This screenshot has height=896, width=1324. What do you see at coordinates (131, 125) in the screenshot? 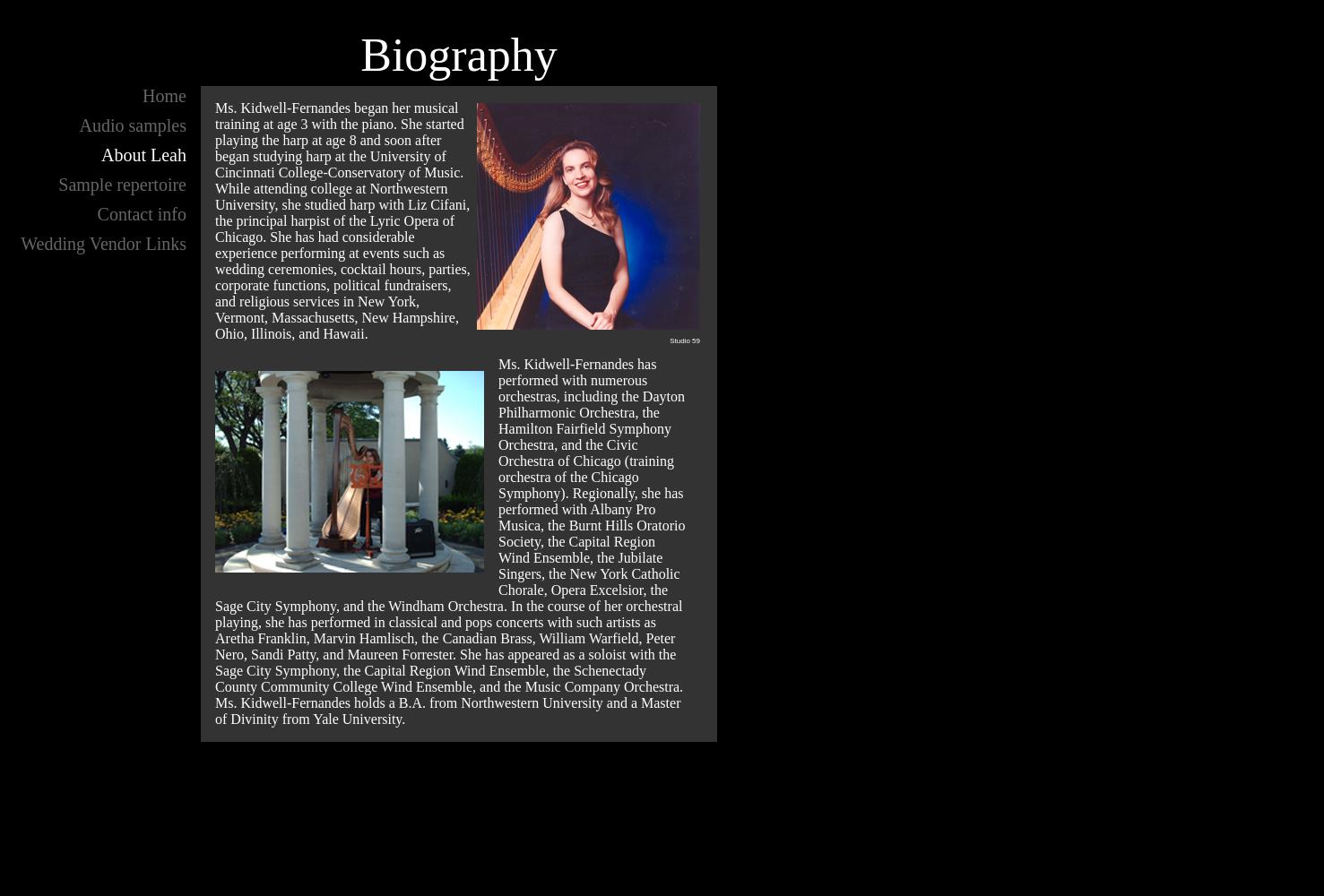
I see `'Audio samples'` at bounding box center [131, 125].